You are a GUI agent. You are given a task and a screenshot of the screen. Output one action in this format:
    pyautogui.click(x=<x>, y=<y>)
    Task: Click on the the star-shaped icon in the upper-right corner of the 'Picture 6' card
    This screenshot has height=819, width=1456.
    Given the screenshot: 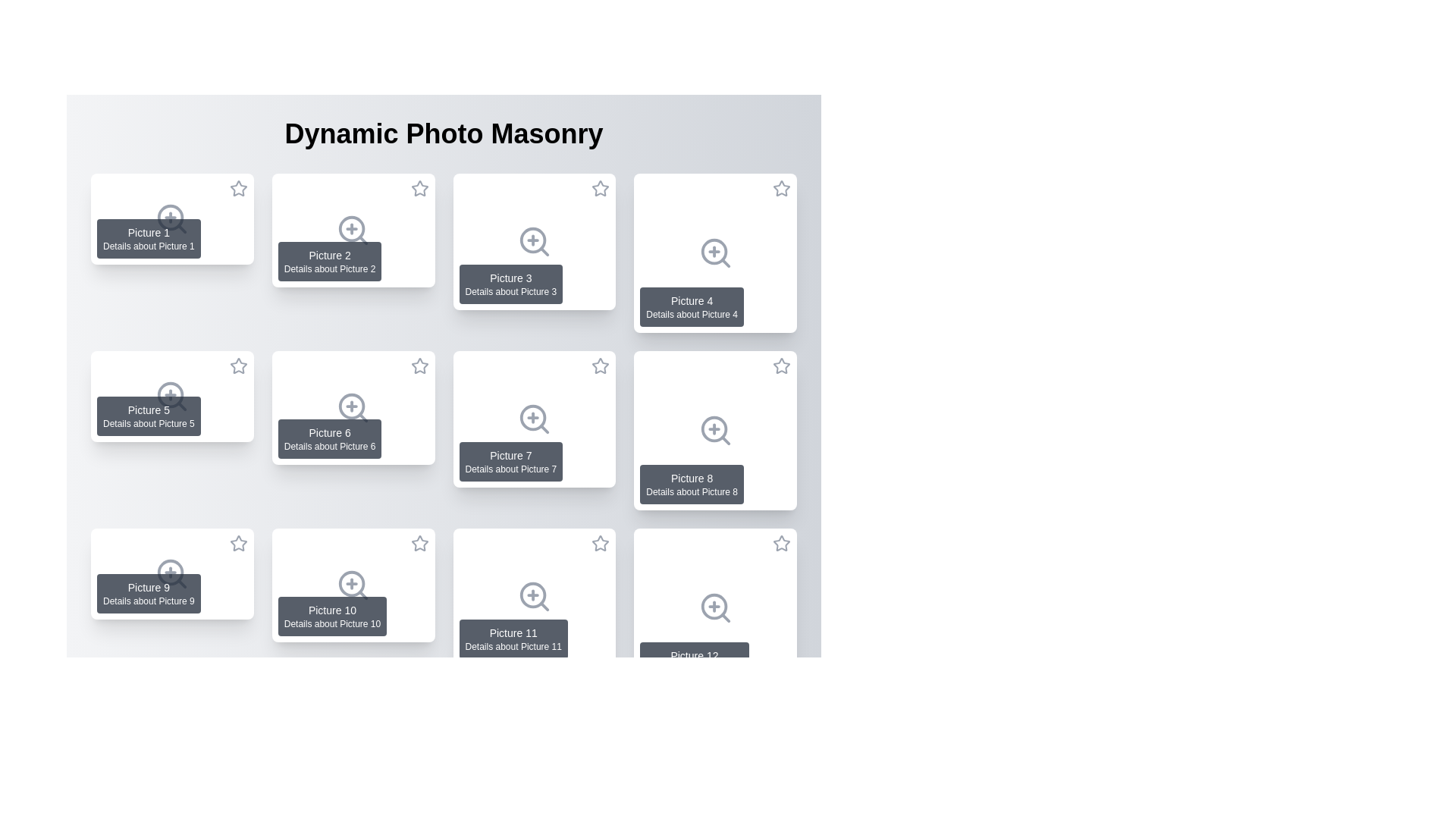 What is the action you would take?
    pyautogui.click(x=419, y=366)
    